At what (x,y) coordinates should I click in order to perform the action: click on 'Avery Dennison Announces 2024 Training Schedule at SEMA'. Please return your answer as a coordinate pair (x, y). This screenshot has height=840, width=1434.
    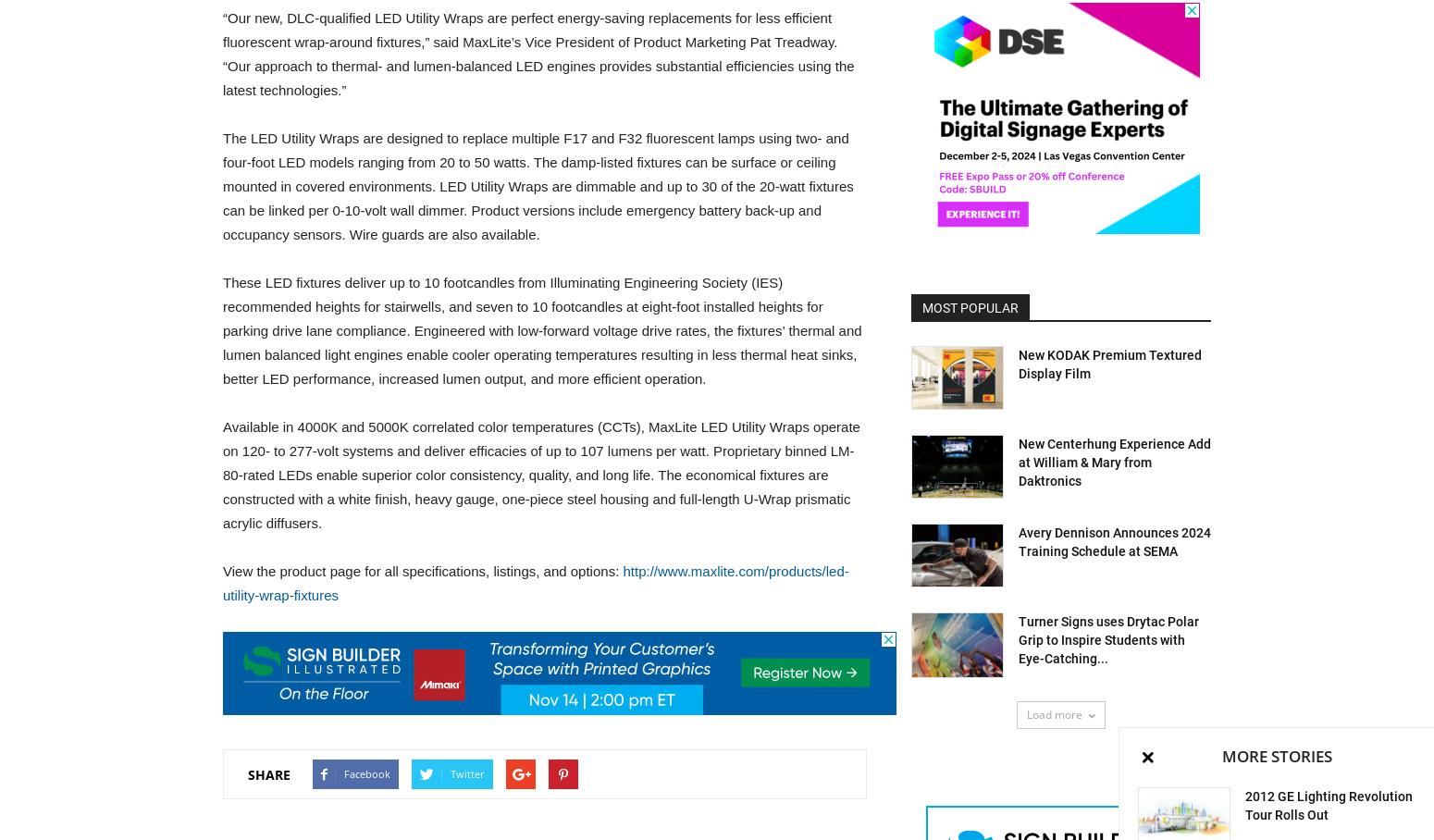
    Looking at the image, I should click on (1114, 542).